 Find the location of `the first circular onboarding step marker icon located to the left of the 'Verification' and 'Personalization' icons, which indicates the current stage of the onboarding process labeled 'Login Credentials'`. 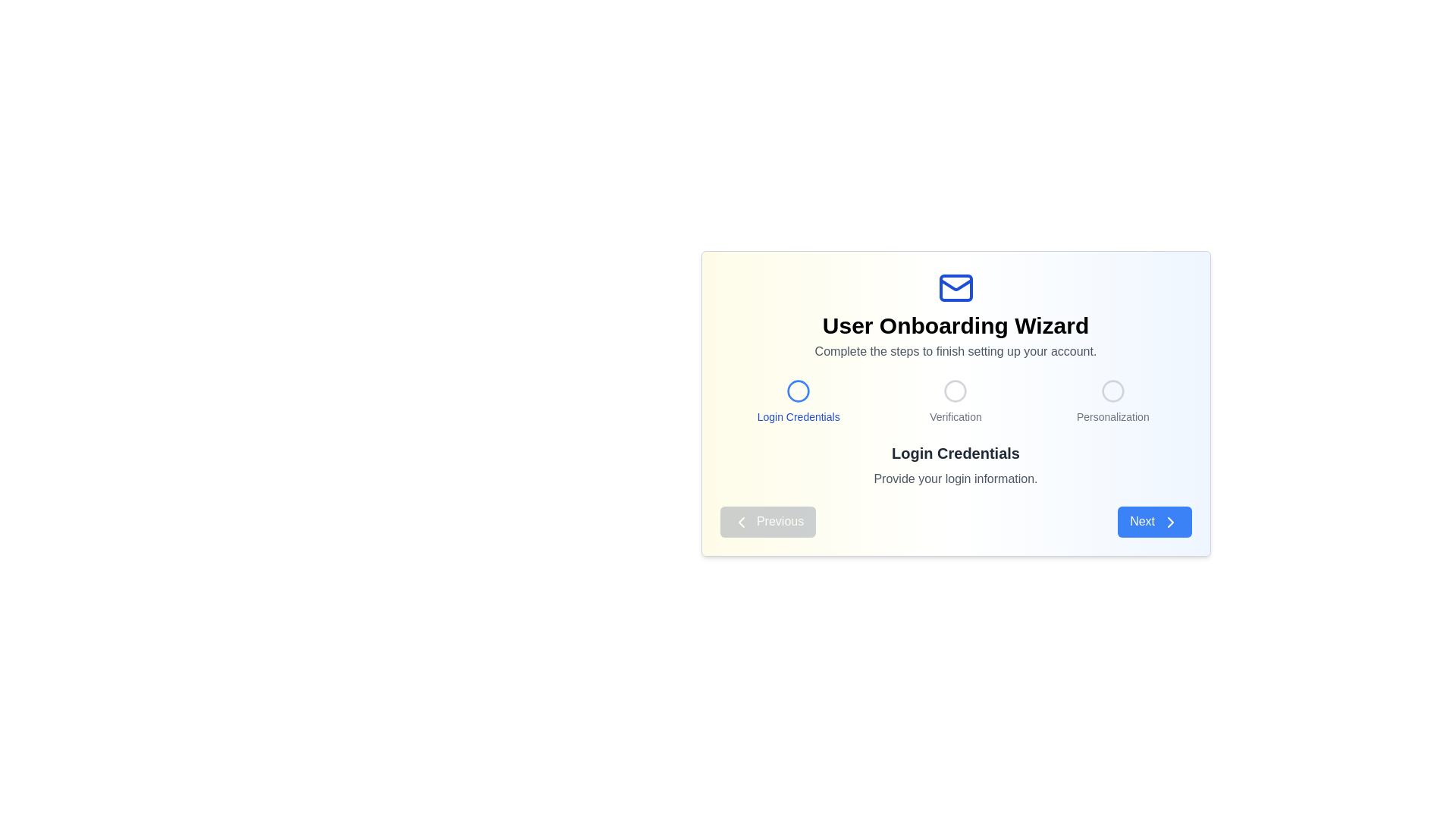

the first circular onboarding step marker icon located to the left of the 'Verification' and 'Personalization' icons, which indicates the current stage of the onboarding process labeled 'Login Credentials' is located at coordinates (798, 391).